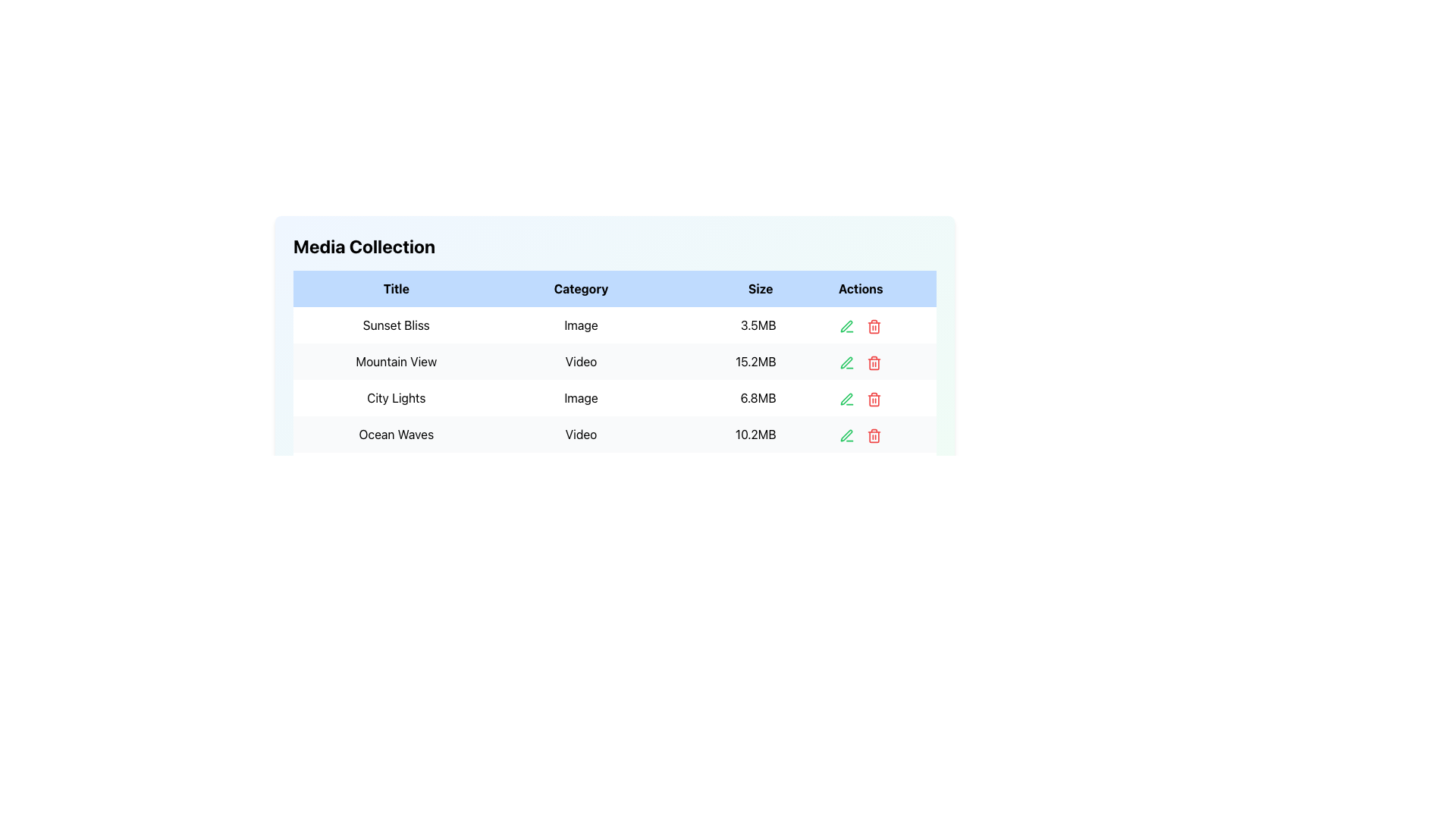 The height and width of the screenshot is (819, 1456). I want to click on text of the Table Header located at the last column of a four-column table, positioned after the 'Size' column in the top row, so click(861, 289).